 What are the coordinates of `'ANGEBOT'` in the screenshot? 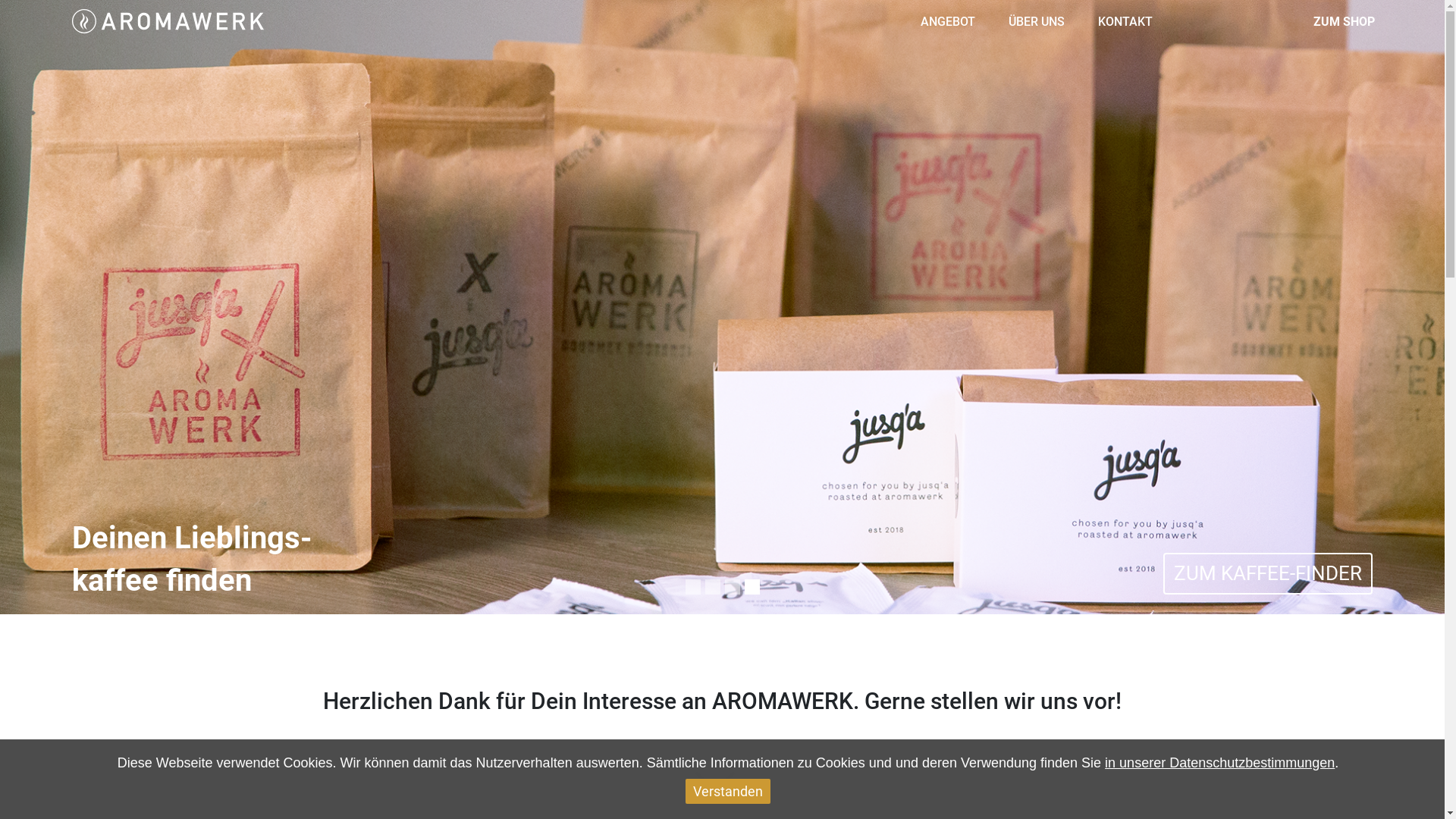 It's located at (949, 21).